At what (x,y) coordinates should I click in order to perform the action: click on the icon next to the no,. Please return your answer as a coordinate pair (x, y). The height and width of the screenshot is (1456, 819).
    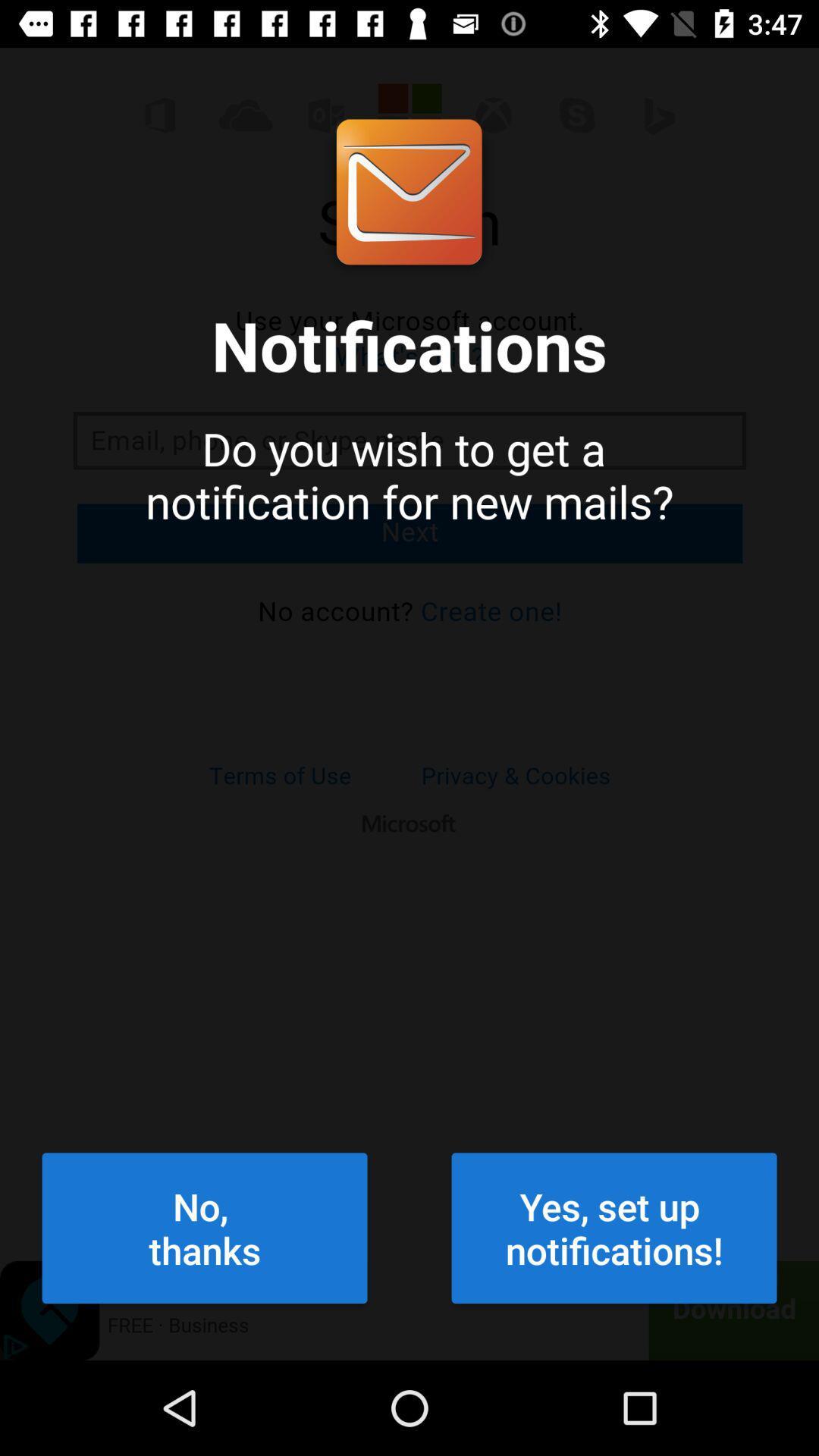
    Looking at the image, I should click on (614, 1228).